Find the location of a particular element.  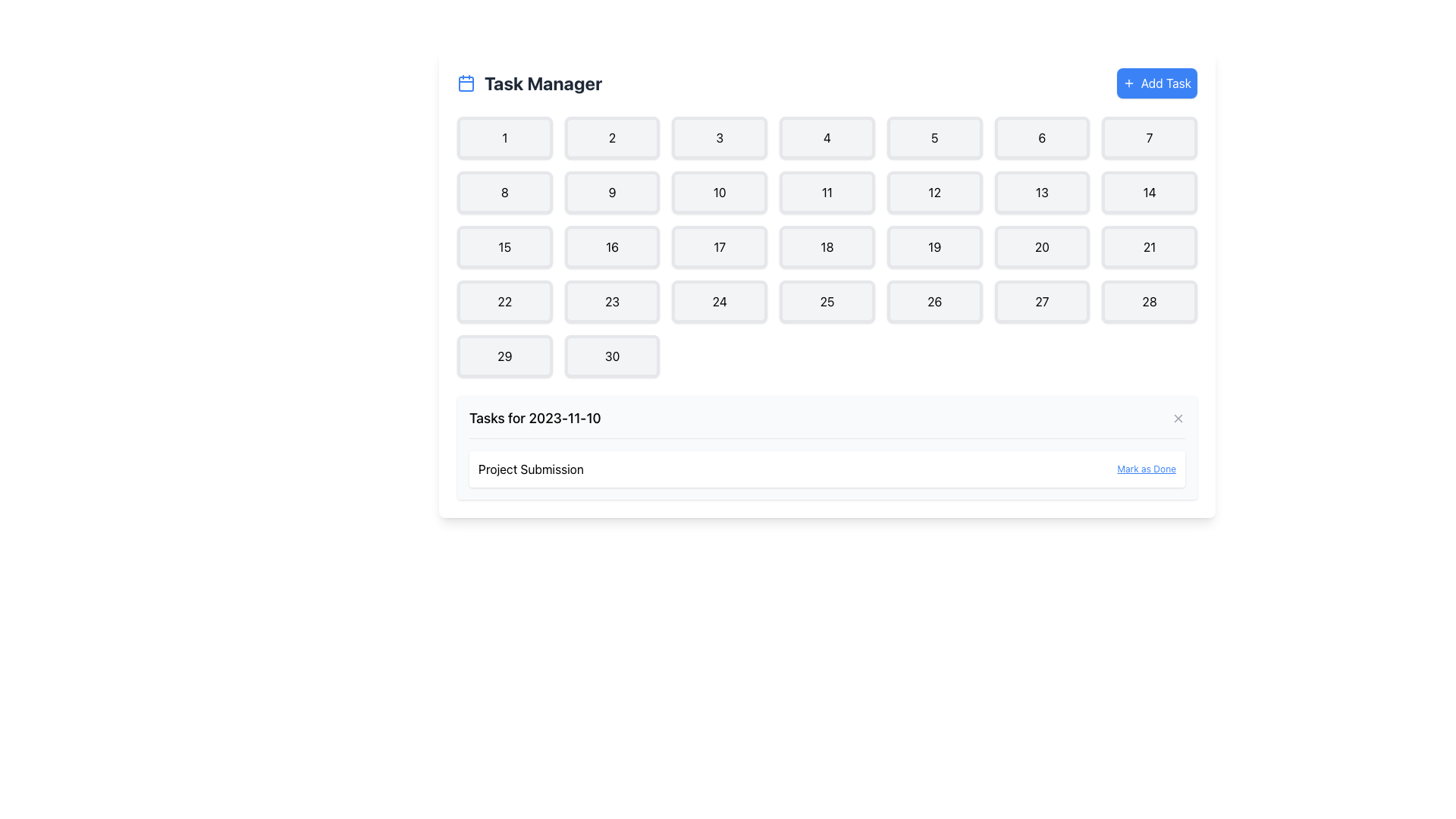

the square button with rounded corners that displays the number '21' is located at coordinates (1150, 246).